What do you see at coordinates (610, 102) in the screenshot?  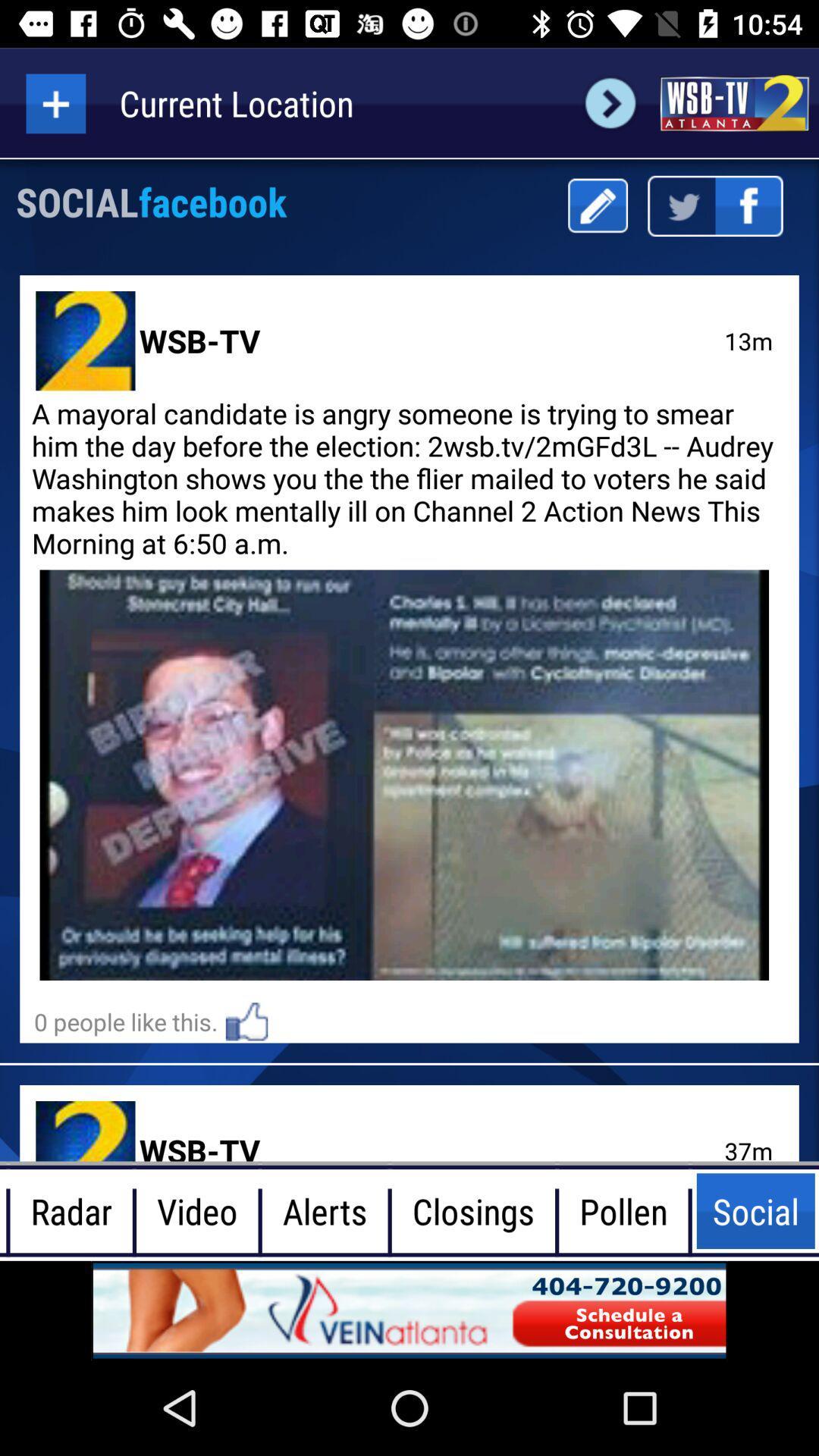 I see `next page` at bounding box center [610, 102].